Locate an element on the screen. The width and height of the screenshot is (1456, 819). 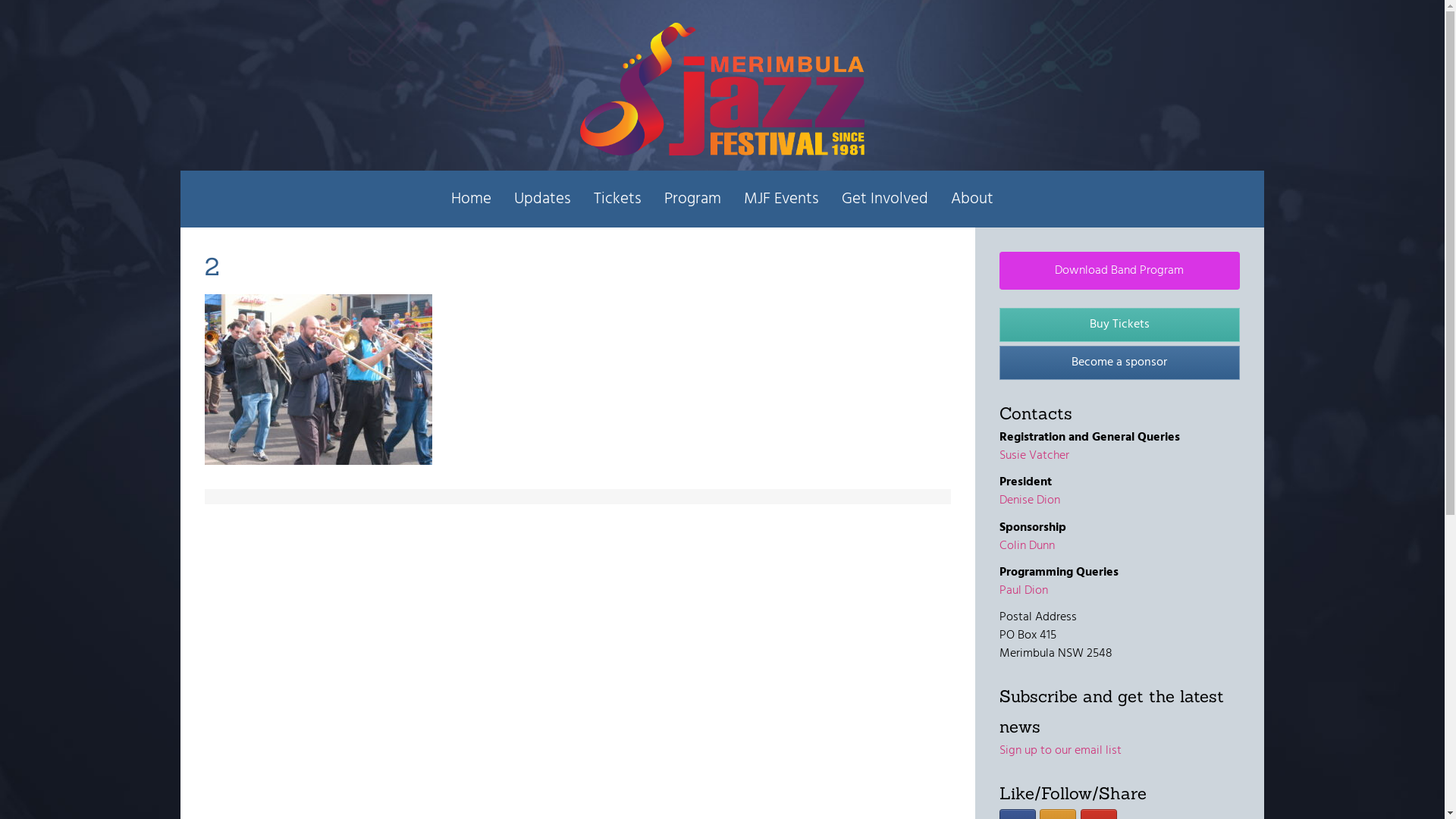
'Tickets' is located at coordinates (617, 198).